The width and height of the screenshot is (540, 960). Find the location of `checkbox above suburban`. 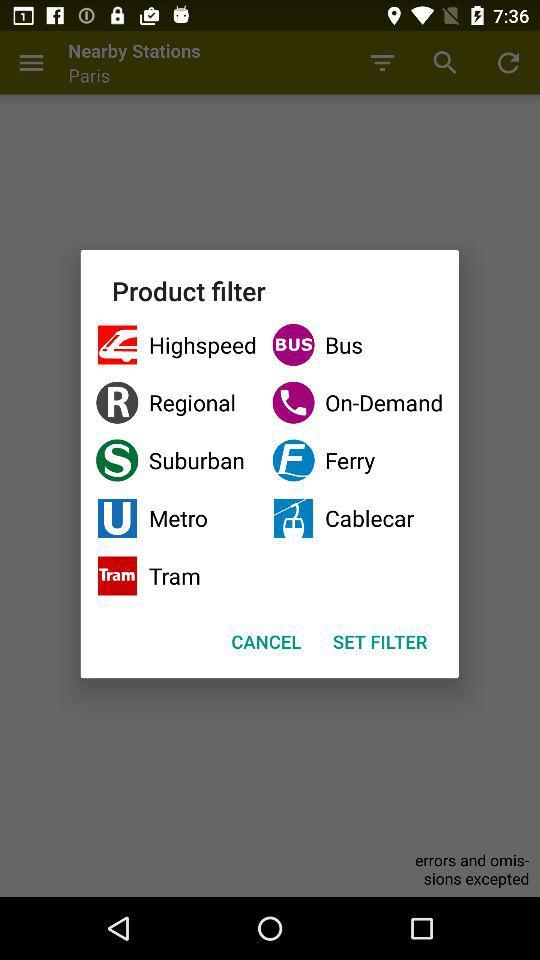

checkbox above suburban is located at coordinates (356, 401).